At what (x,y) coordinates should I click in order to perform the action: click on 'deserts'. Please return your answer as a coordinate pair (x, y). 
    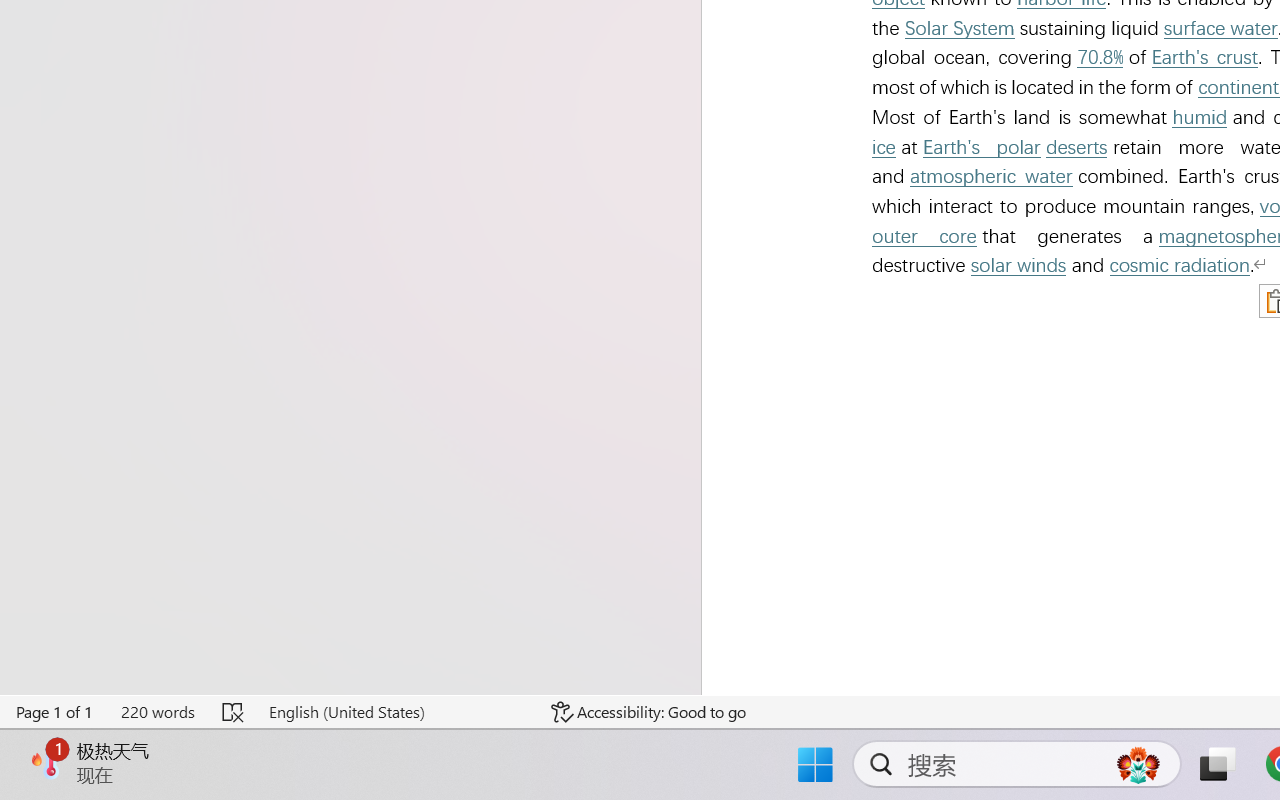
    Looking at the image, I should click on (1075, 147).